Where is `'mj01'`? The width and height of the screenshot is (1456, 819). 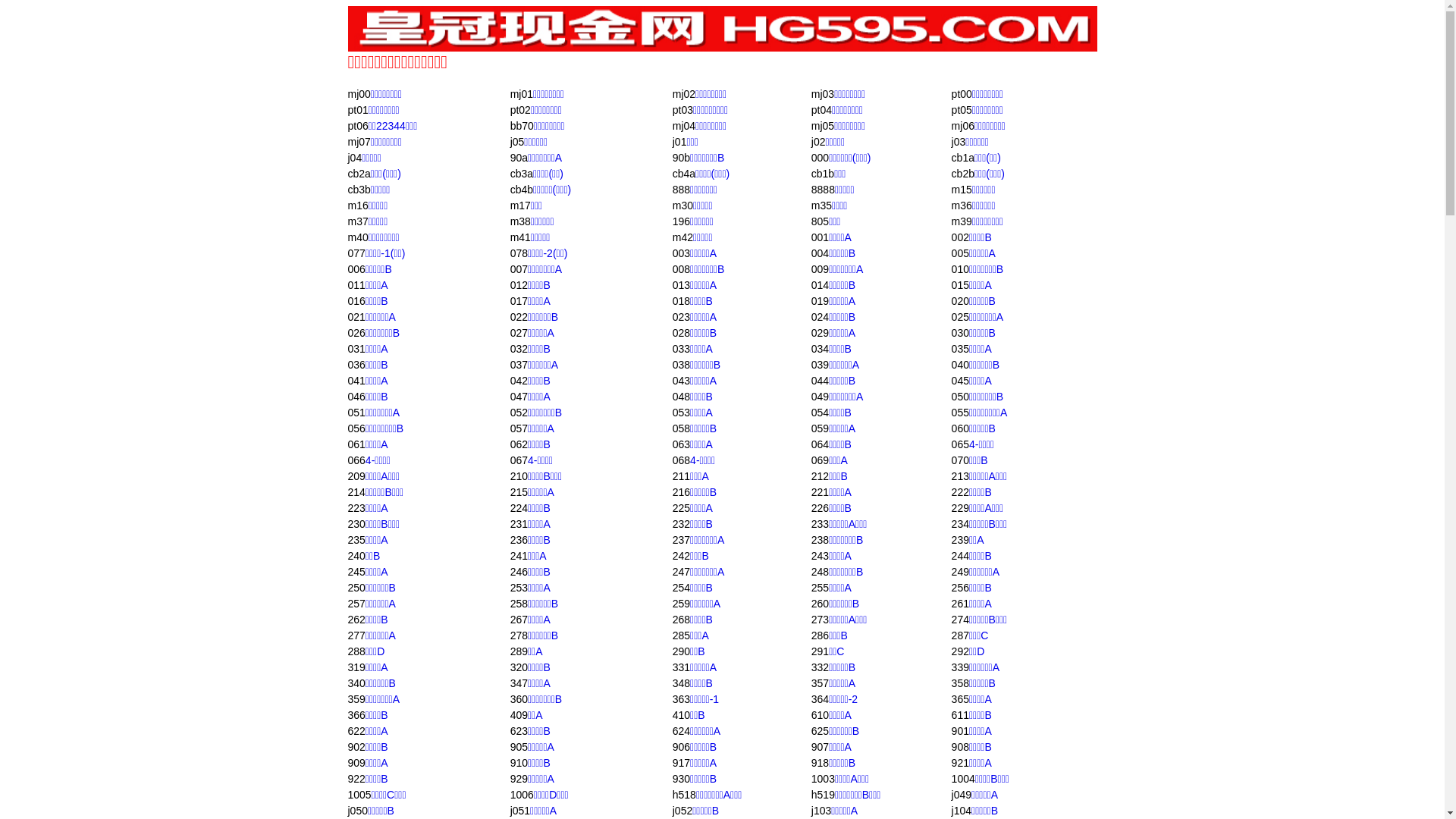 'mj01' is located at coordinates (521, 93).